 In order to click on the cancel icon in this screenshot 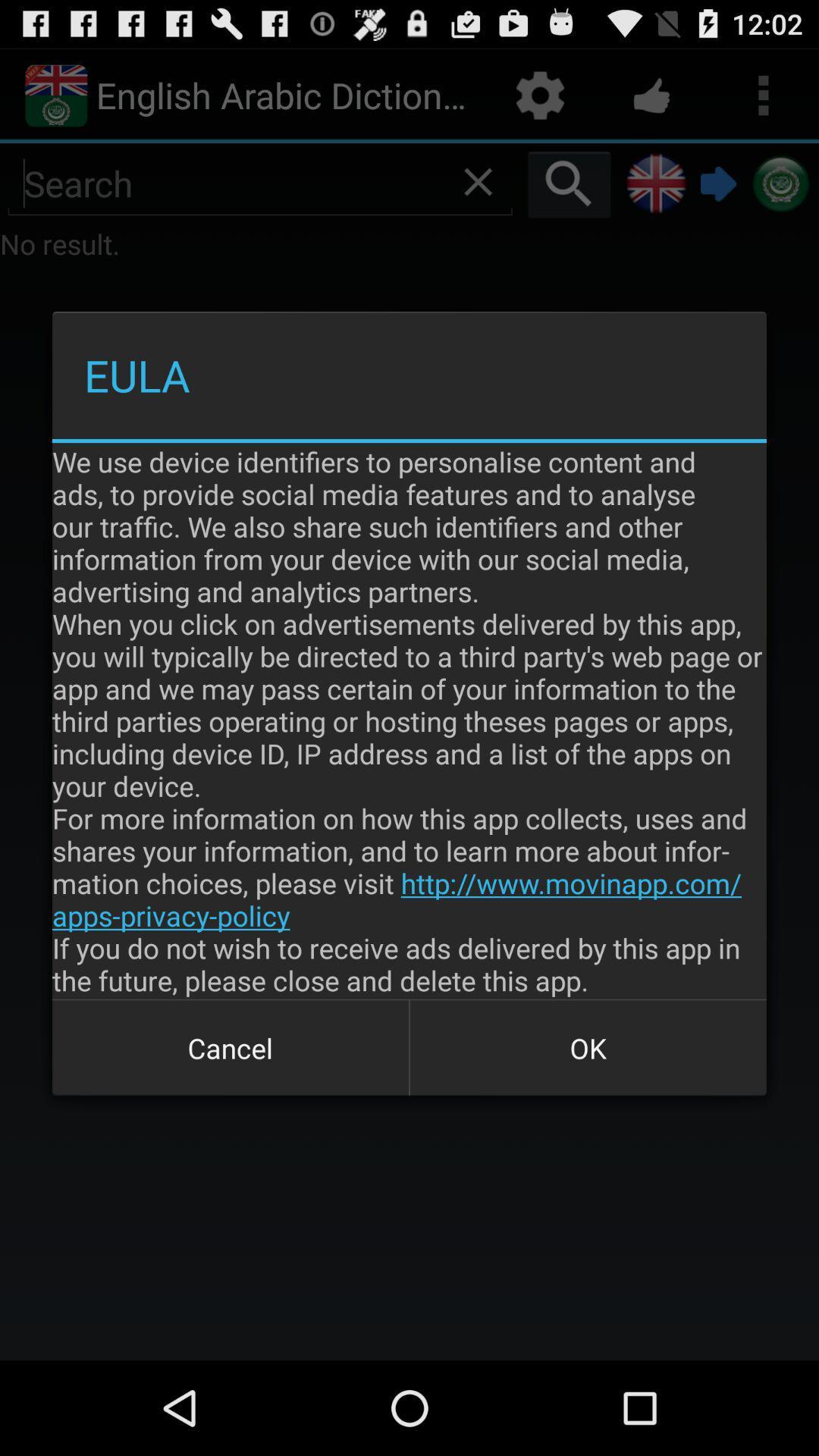, I will do `click(231, 1047)`.